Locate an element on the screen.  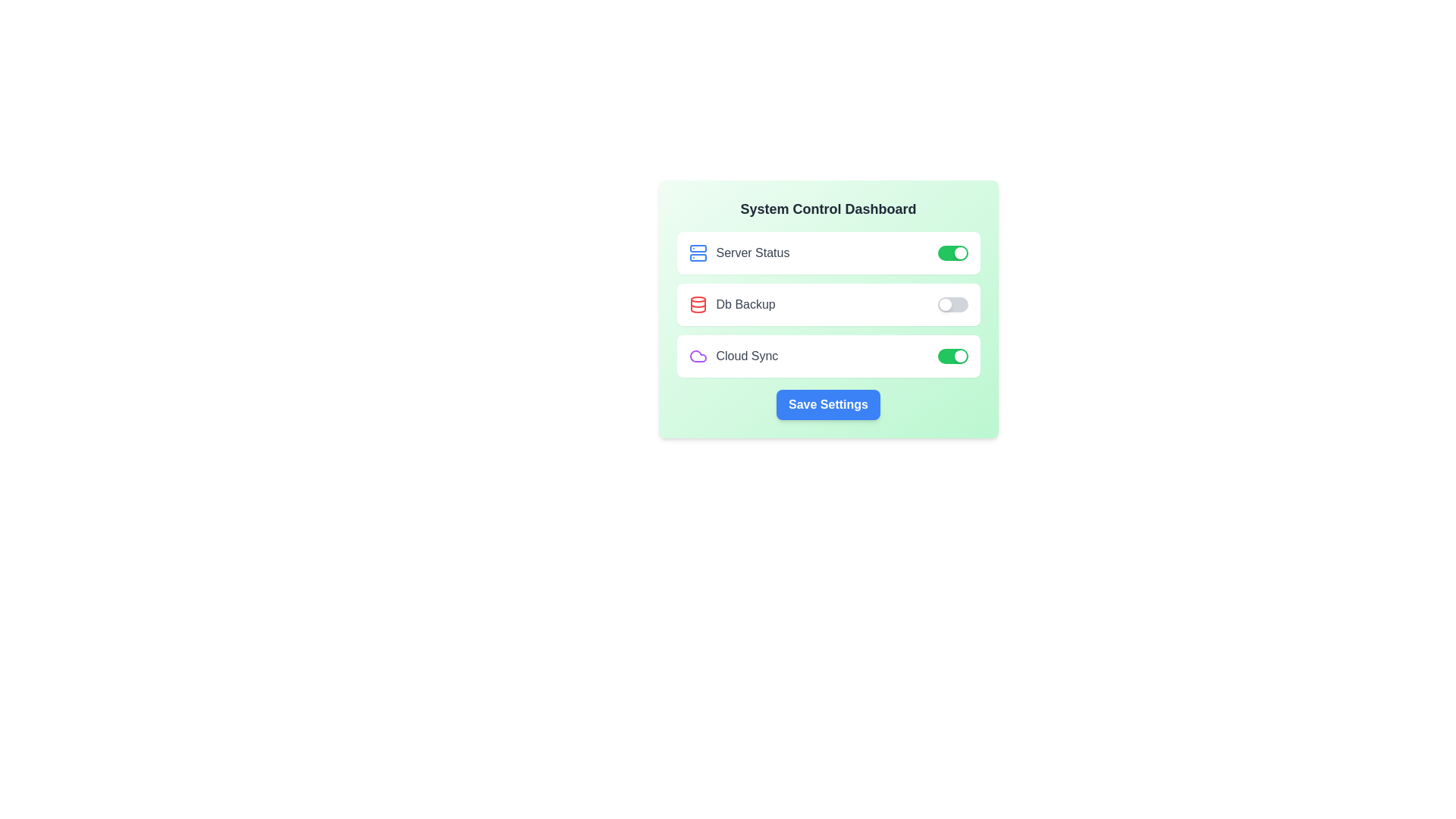
the toggle switch for 'Db Backup' to change its state is located at coordinates (952, 304).